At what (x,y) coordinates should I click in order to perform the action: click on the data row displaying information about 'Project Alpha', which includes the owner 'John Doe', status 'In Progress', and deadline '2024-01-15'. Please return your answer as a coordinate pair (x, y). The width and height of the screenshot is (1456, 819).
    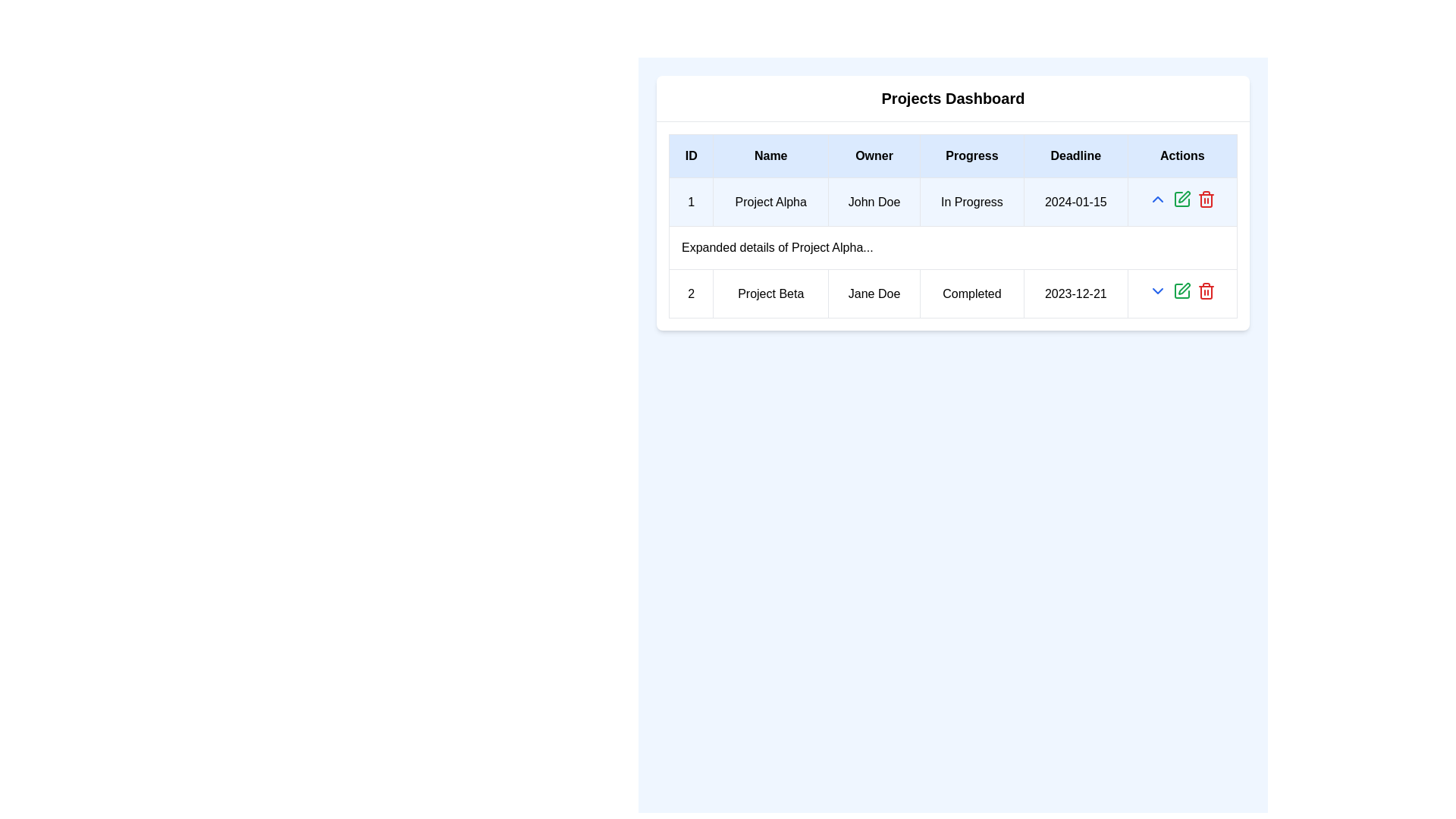
    Looking at the image, I should click on (952, 247).